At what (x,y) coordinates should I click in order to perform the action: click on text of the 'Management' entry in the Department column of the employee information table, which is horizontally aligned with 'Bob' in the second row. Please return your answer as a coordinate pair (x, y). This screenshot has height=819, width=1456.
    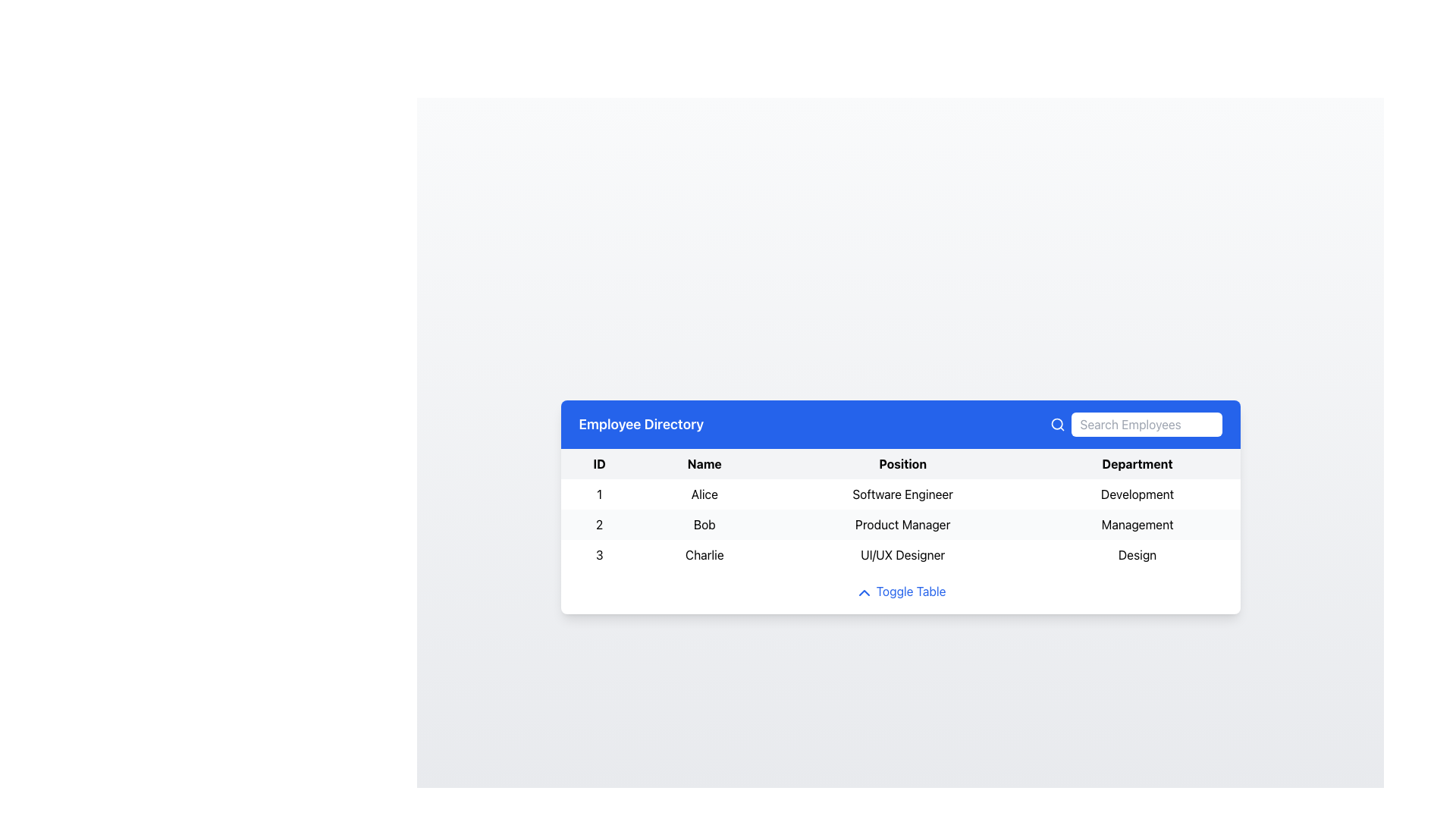
    Looking at the image, I should click on (1137, 524).